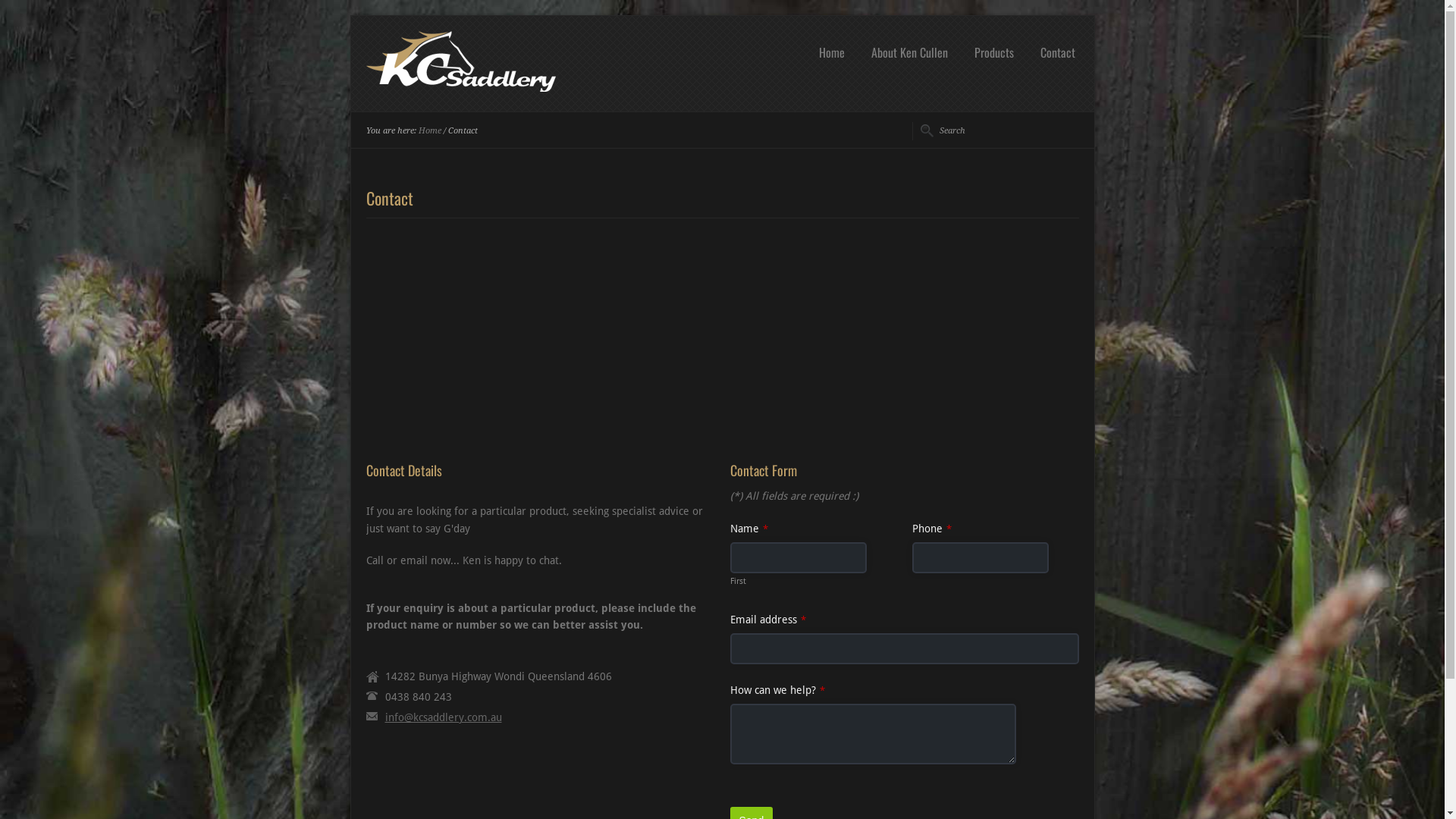 This screenshot has width=1456, height=819. I want to click on 'KC Saddlery', so click(459, 87).